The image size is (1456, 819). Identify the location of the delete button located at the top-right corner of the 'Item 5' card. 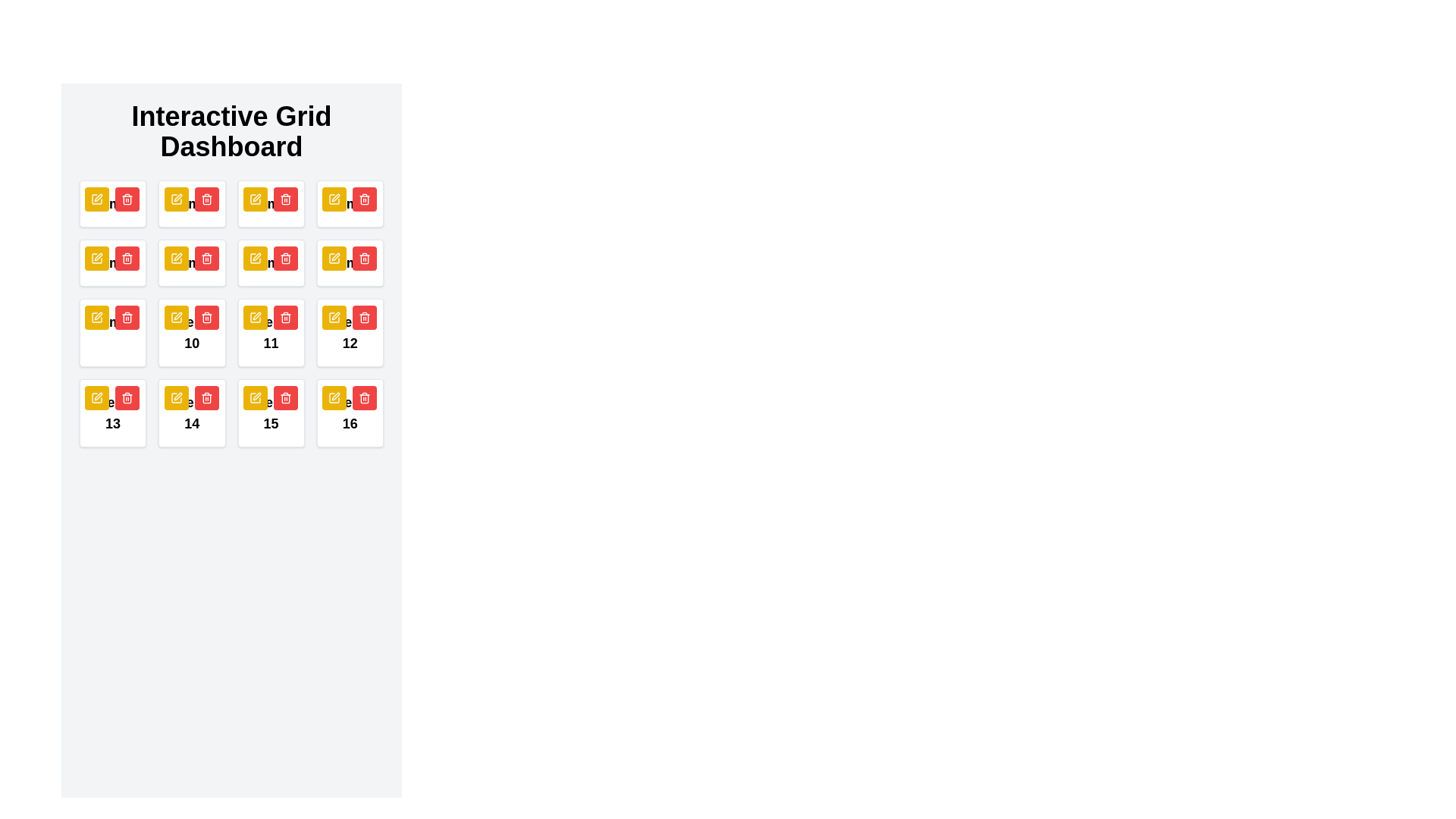
(111, 257).